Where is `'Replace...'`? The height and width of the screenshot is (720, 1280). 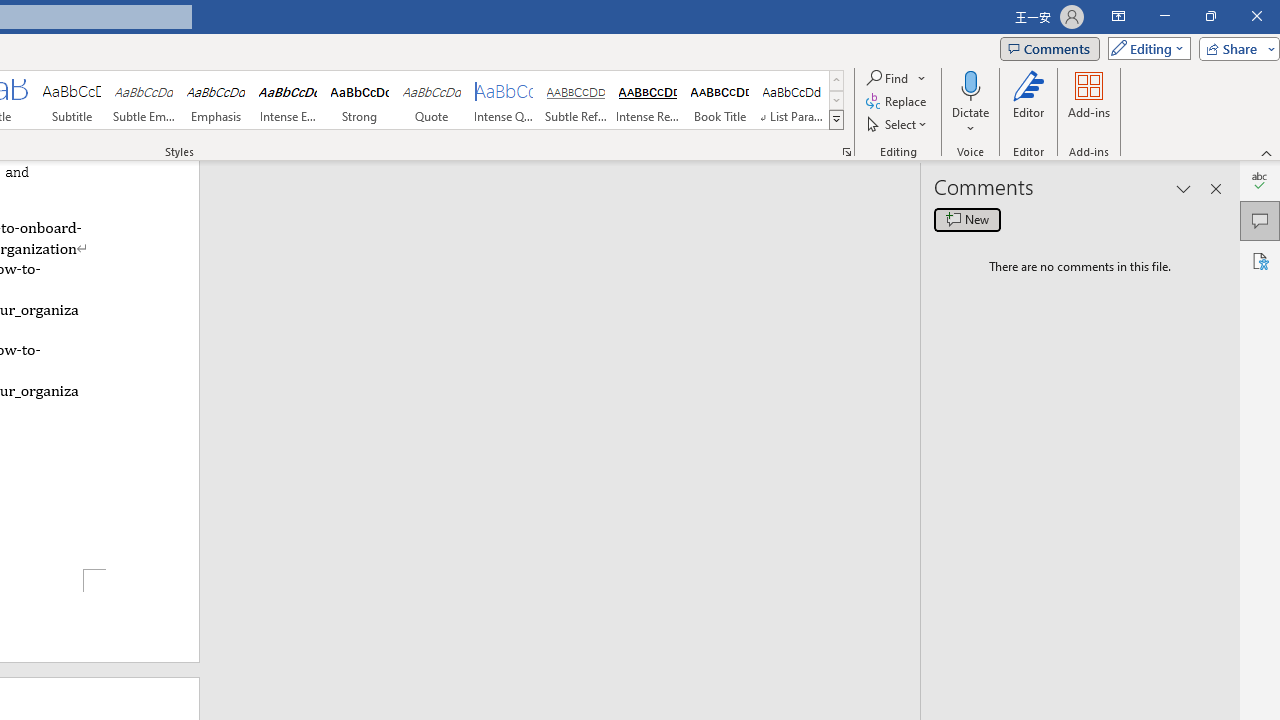 'Replace...' is located at coordinates (896, 101).